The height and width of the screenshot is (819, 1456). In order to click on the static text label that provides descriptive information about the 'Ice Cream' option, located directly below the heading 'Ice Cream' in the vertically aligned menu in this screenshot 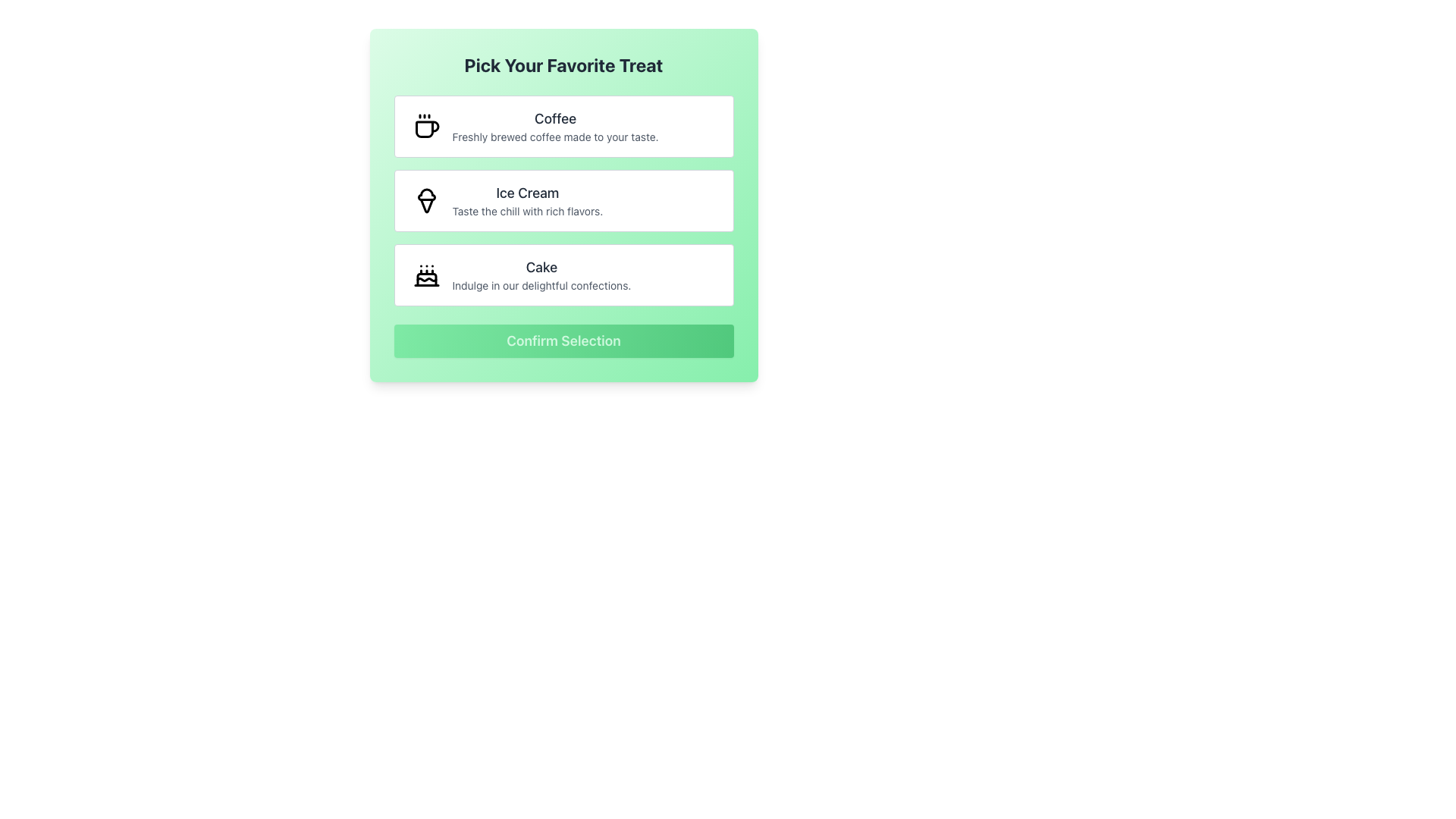, I will do `click(527, 211)`.